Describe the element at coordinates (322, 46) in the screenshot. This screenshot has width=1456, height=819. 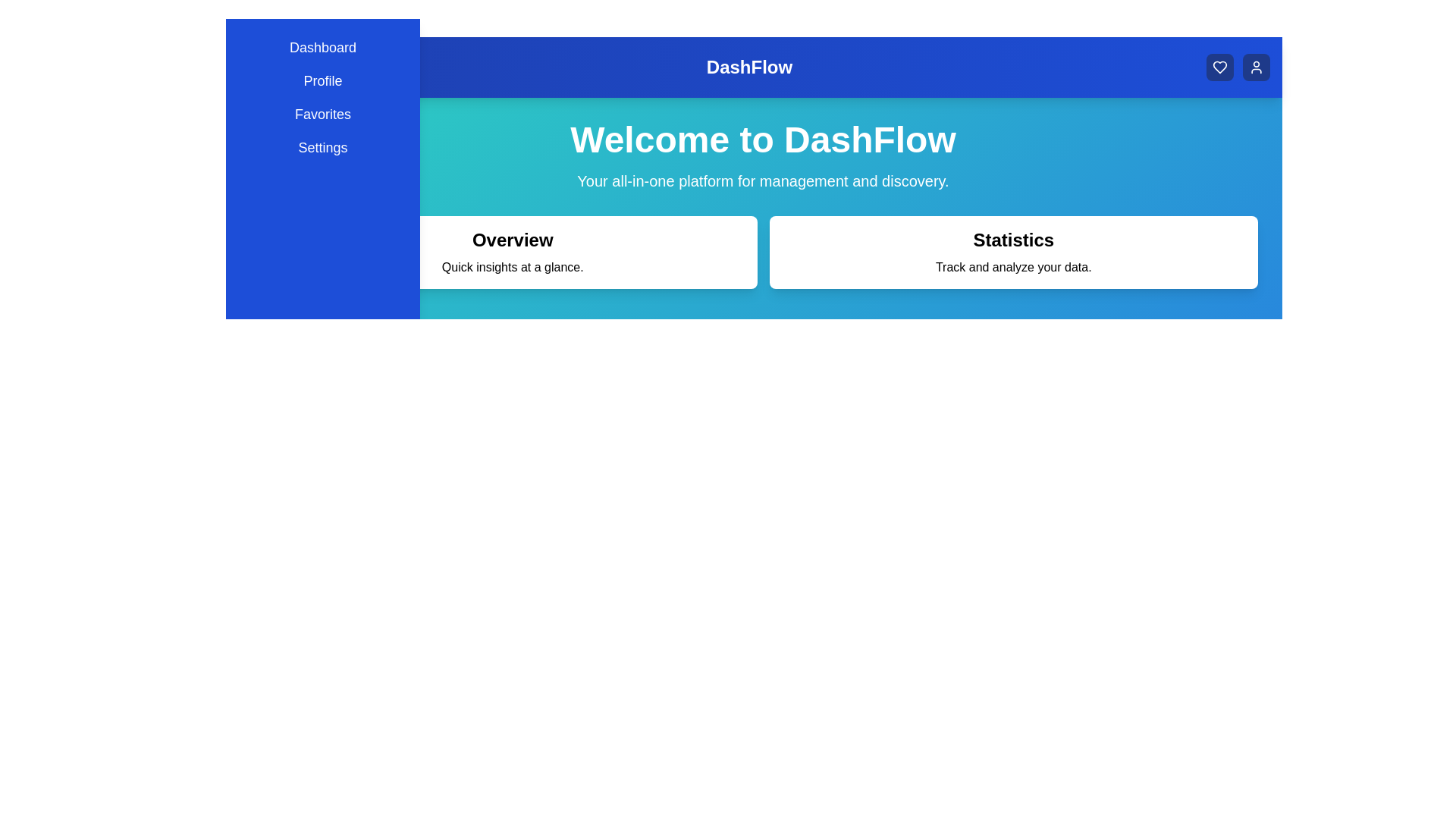
I see `the menu item Dashboard to navigate to its respective section` at that location.